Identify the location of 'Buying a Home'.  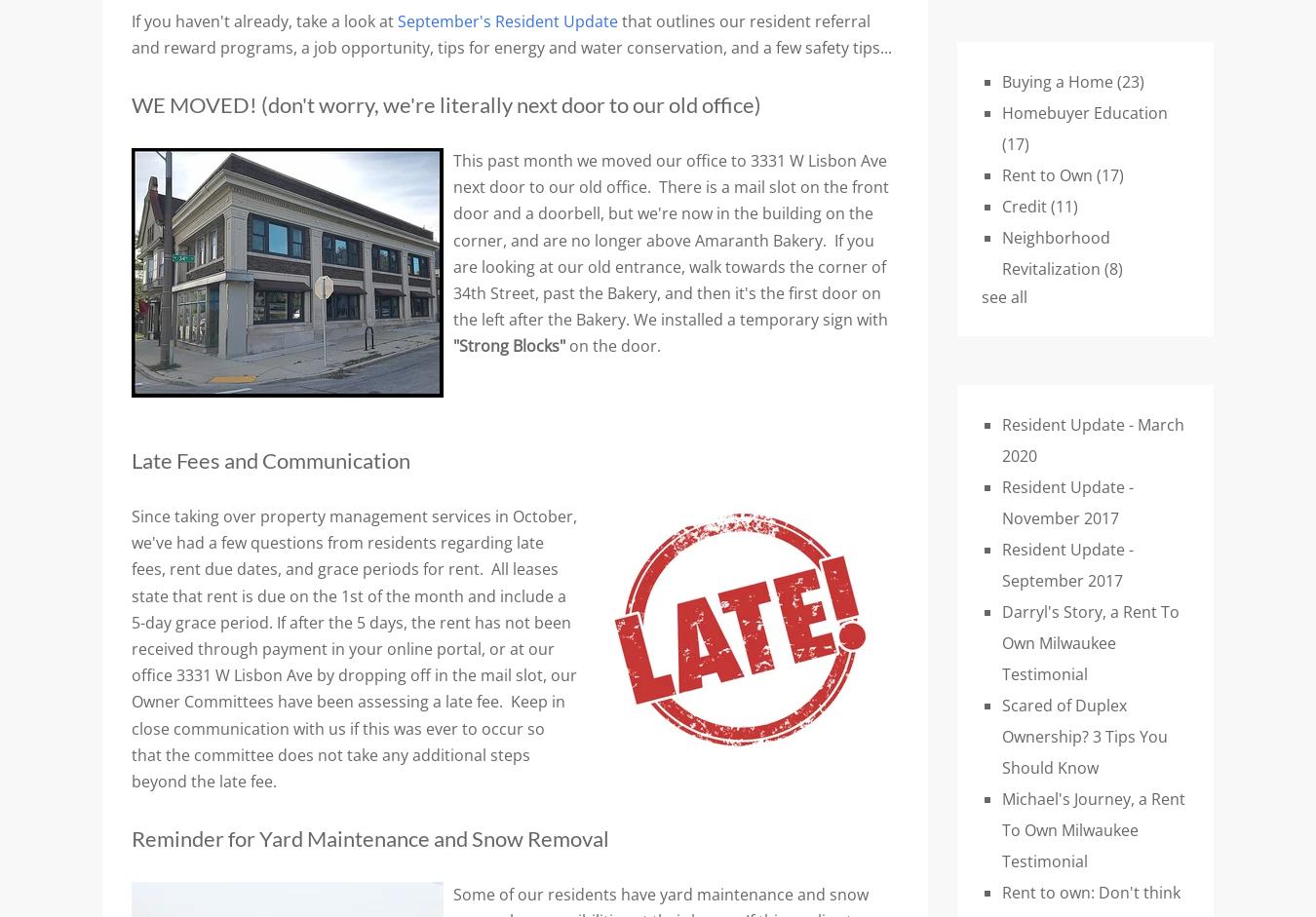
(1060, 81).